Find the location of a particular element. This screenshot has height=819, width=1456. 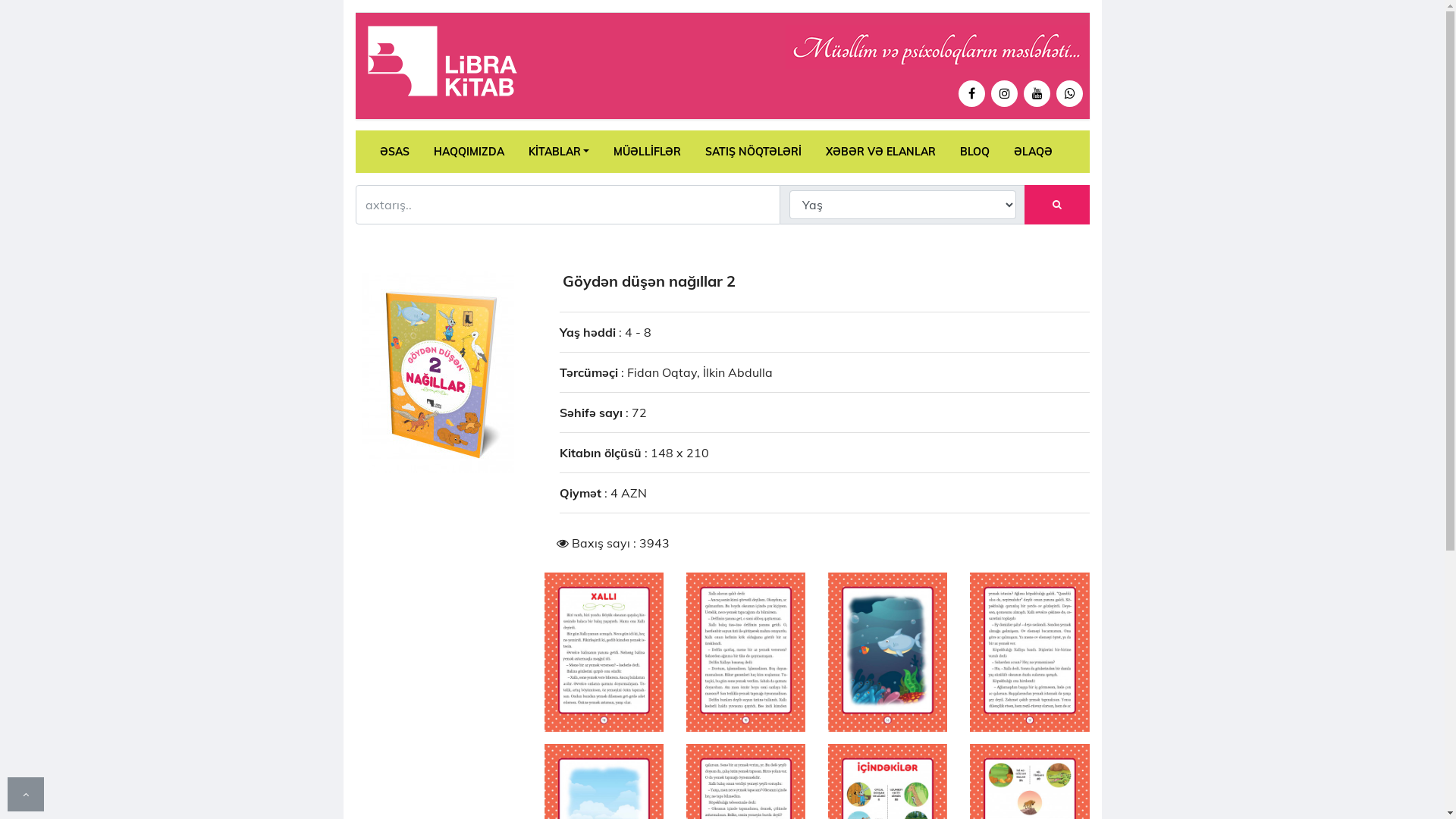

'Back to Top' is located at coordinates (25, 792).